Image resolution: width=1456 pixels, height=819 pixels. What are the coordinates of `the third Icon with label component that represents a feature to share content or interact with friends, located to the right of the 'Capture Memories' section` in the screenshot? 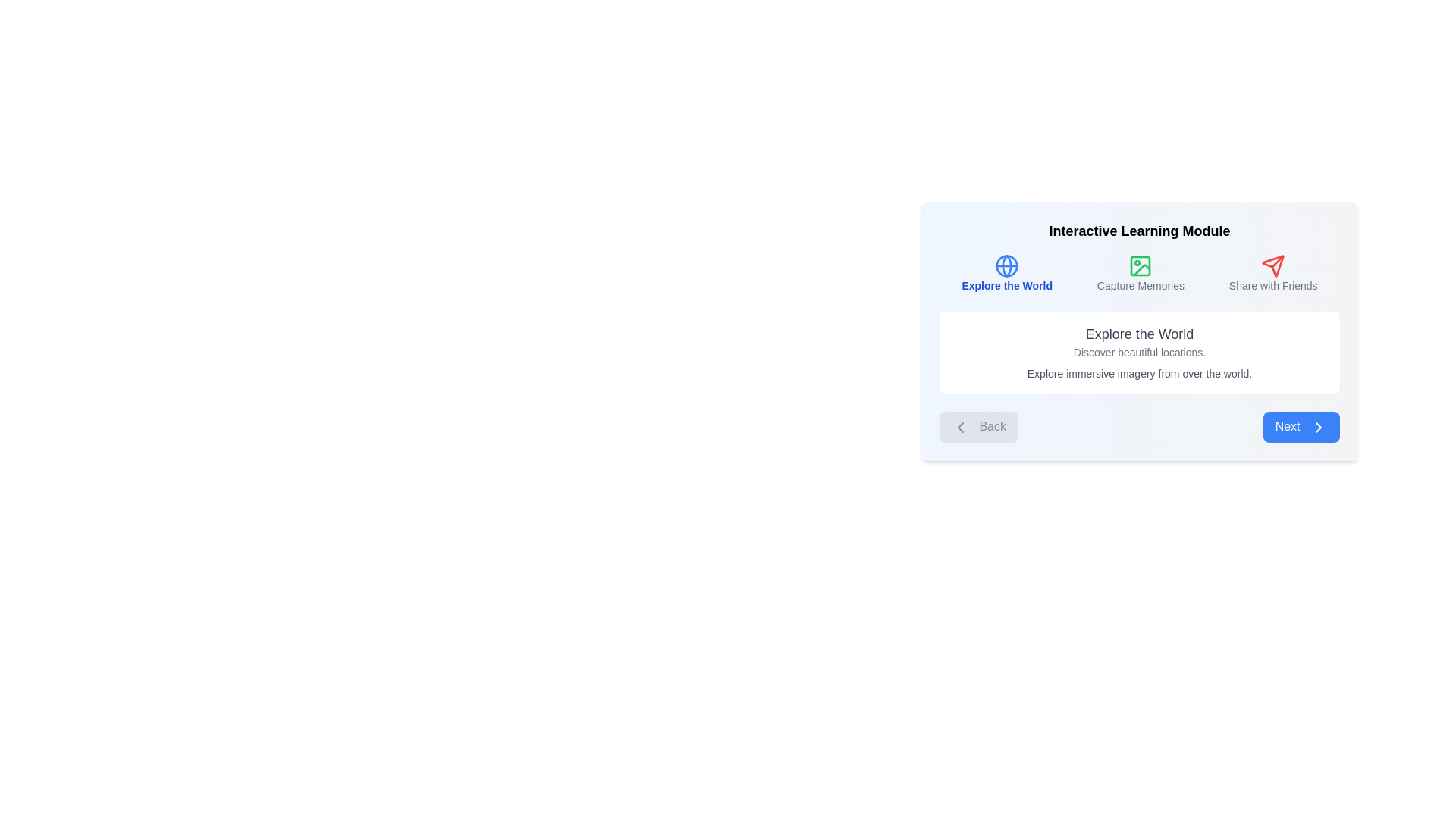 It's located at (1273, 274).